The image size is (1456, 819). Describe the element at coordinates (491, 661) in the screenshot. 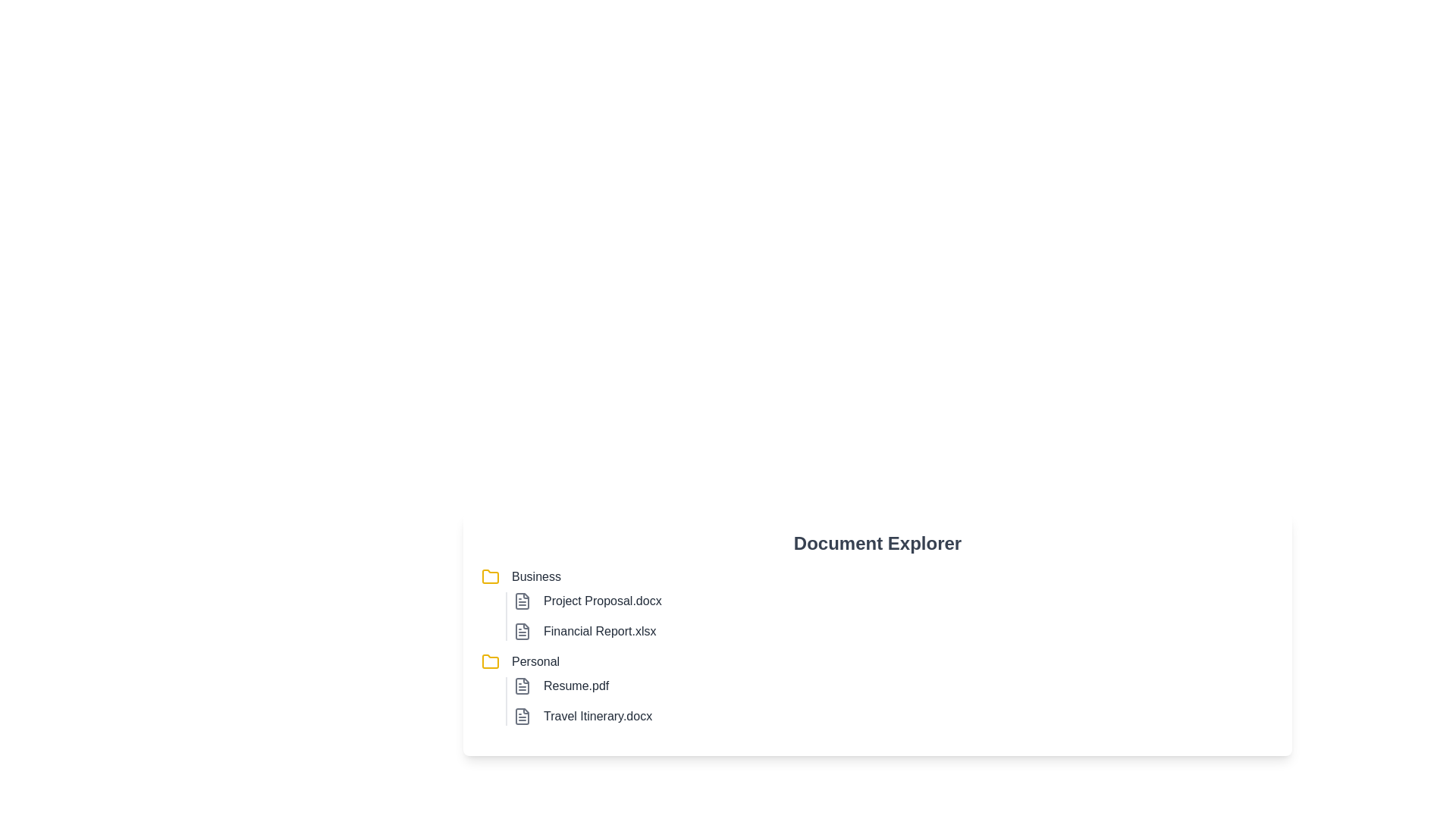

I see `the folder icon representing 'Personal'` at that location.